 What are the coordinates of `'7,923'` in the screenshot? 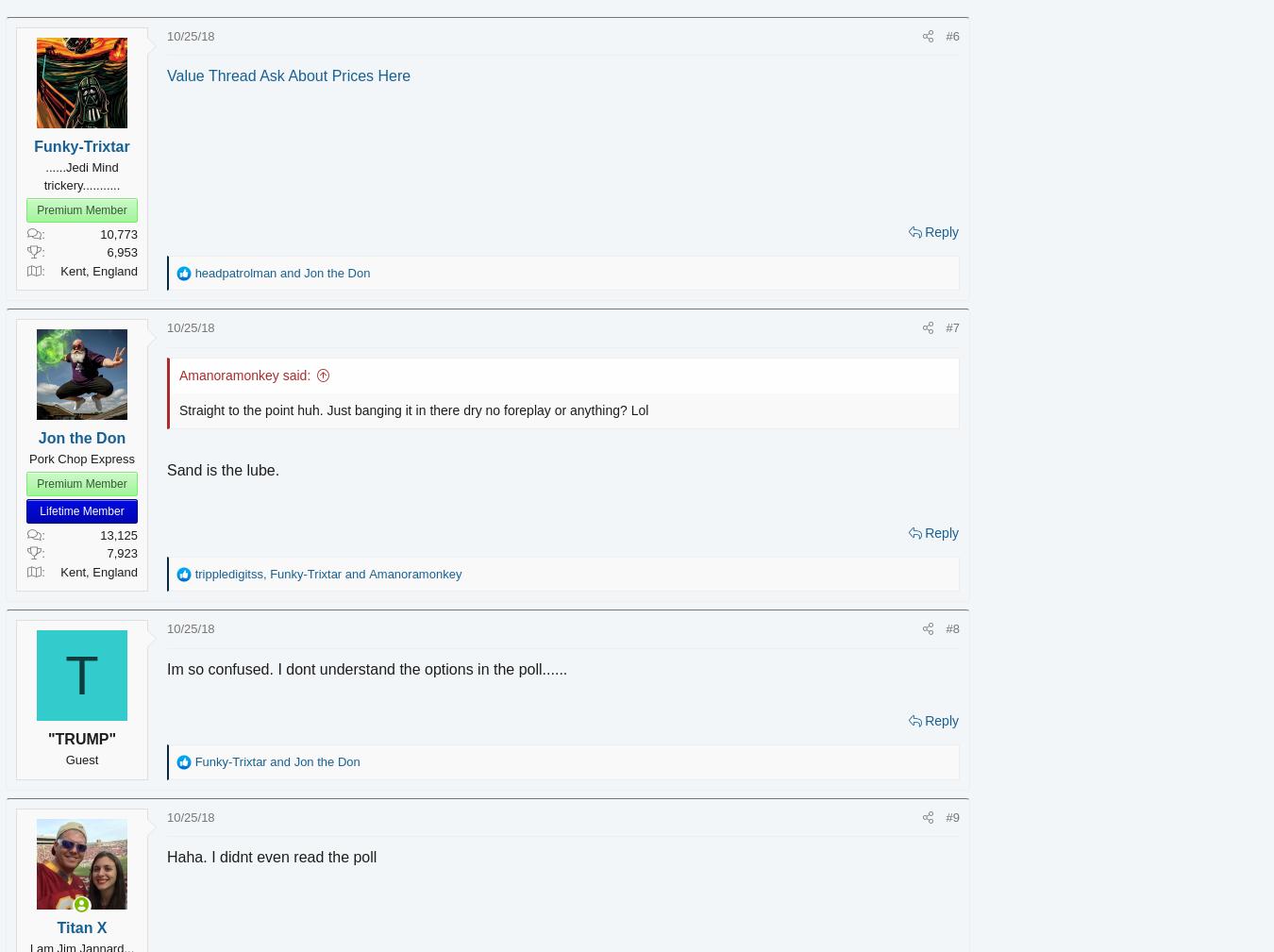 It's located at (149, 553).